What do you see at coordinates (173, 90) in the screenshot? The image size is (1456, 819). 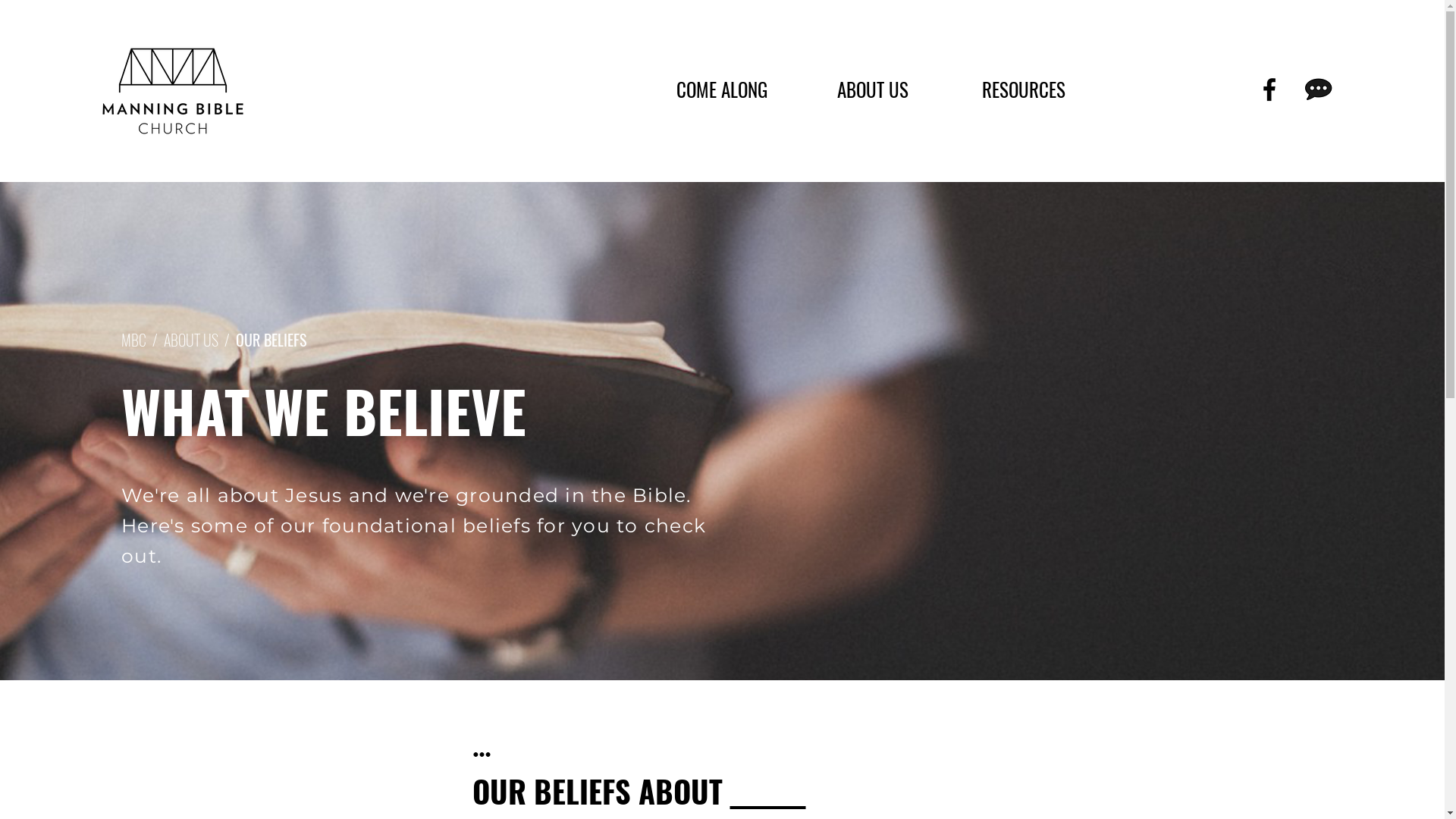 I see `'MBC-Logo-Black Wix.png'` at bounding box center [173, 90].